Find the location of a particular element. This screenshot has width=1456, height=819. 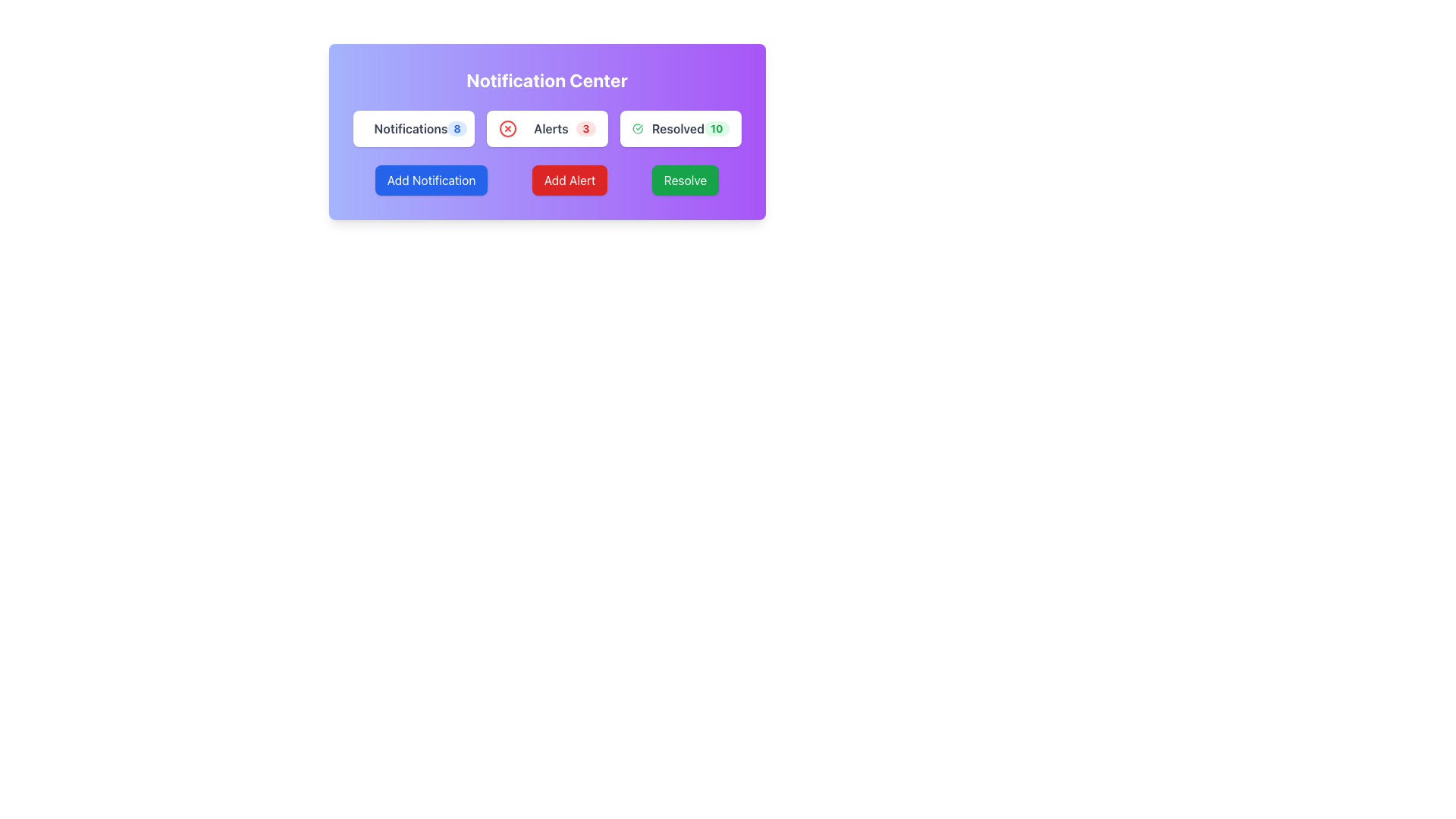

the third button-like info card that displays the count of resolved items, which is '10', located at the top-right corner of the group of notifications is located at coordinates (679, 127).